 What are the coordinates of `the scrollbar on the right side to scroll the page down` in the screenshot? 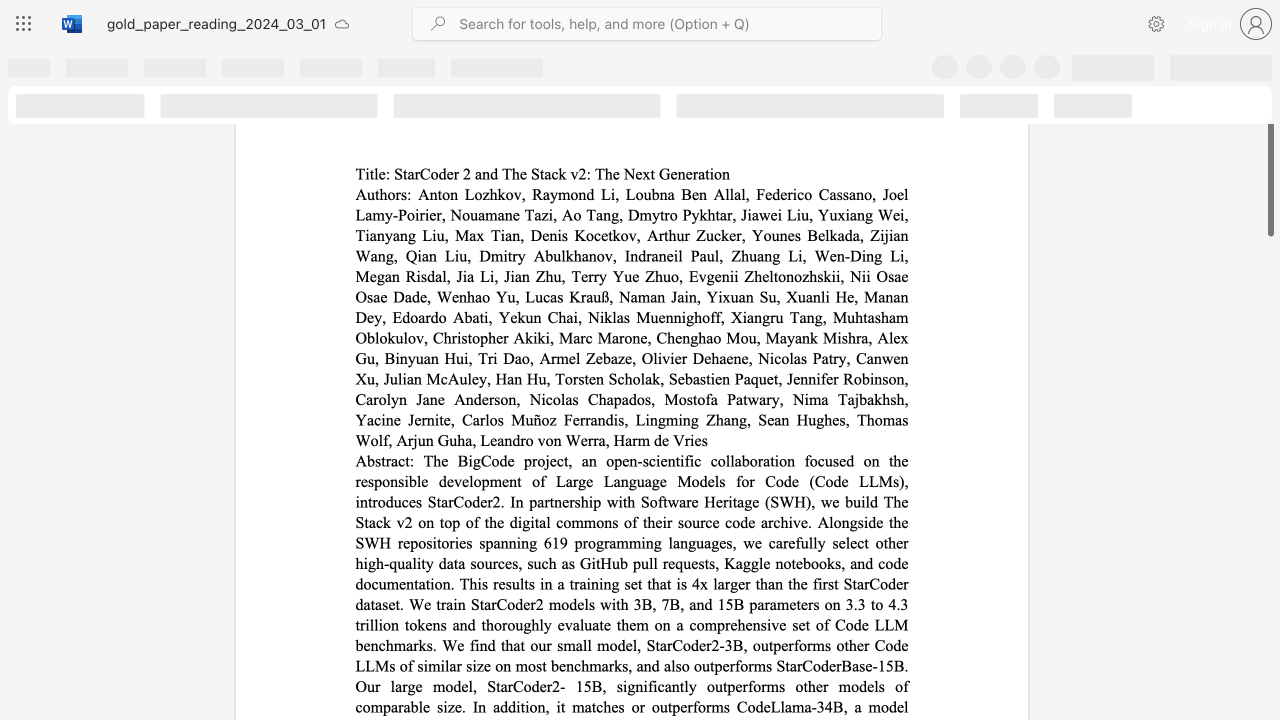 It's located at (1269, 518).